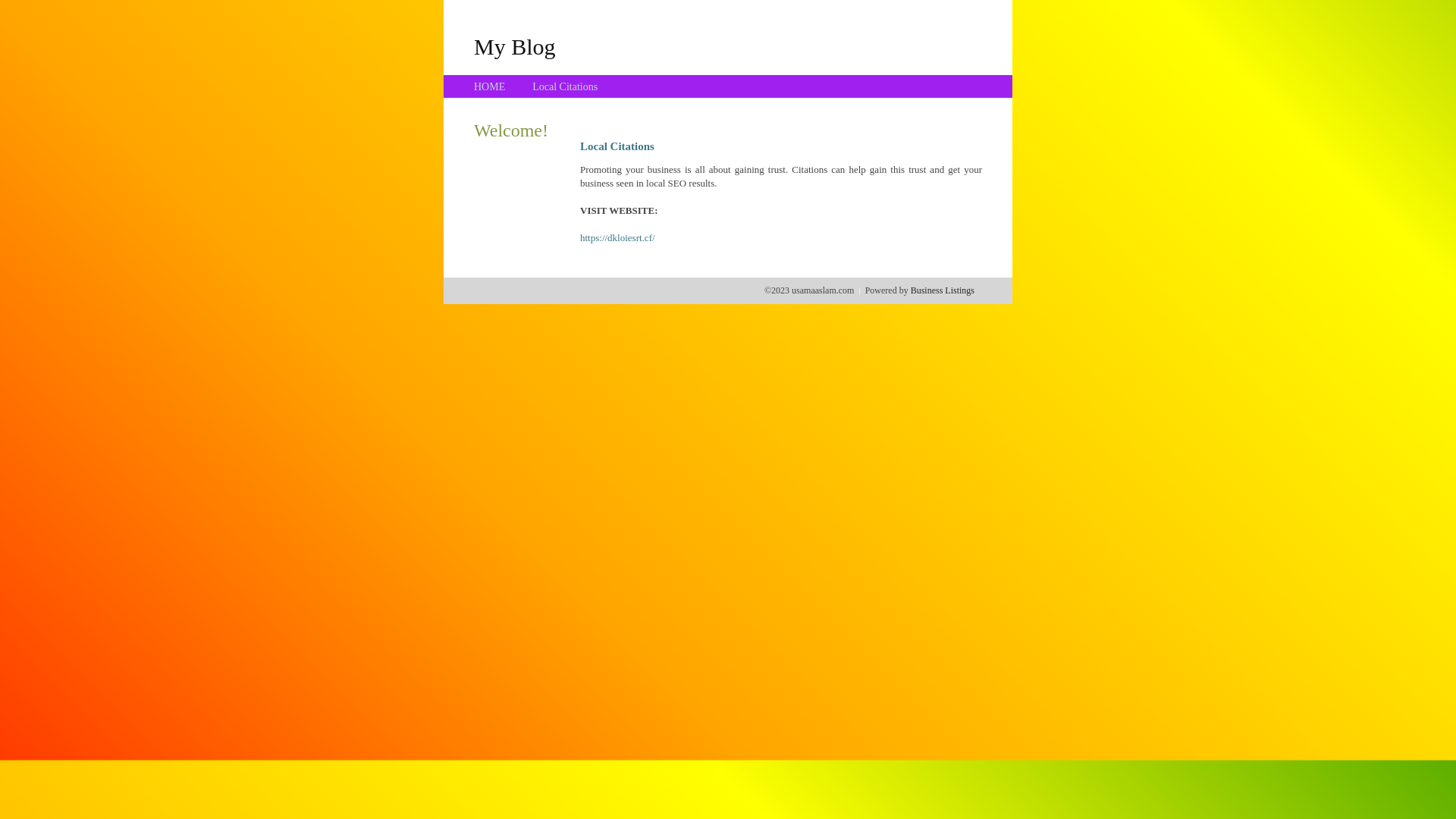  I want to click on 'My Blog', so click(514, 45).